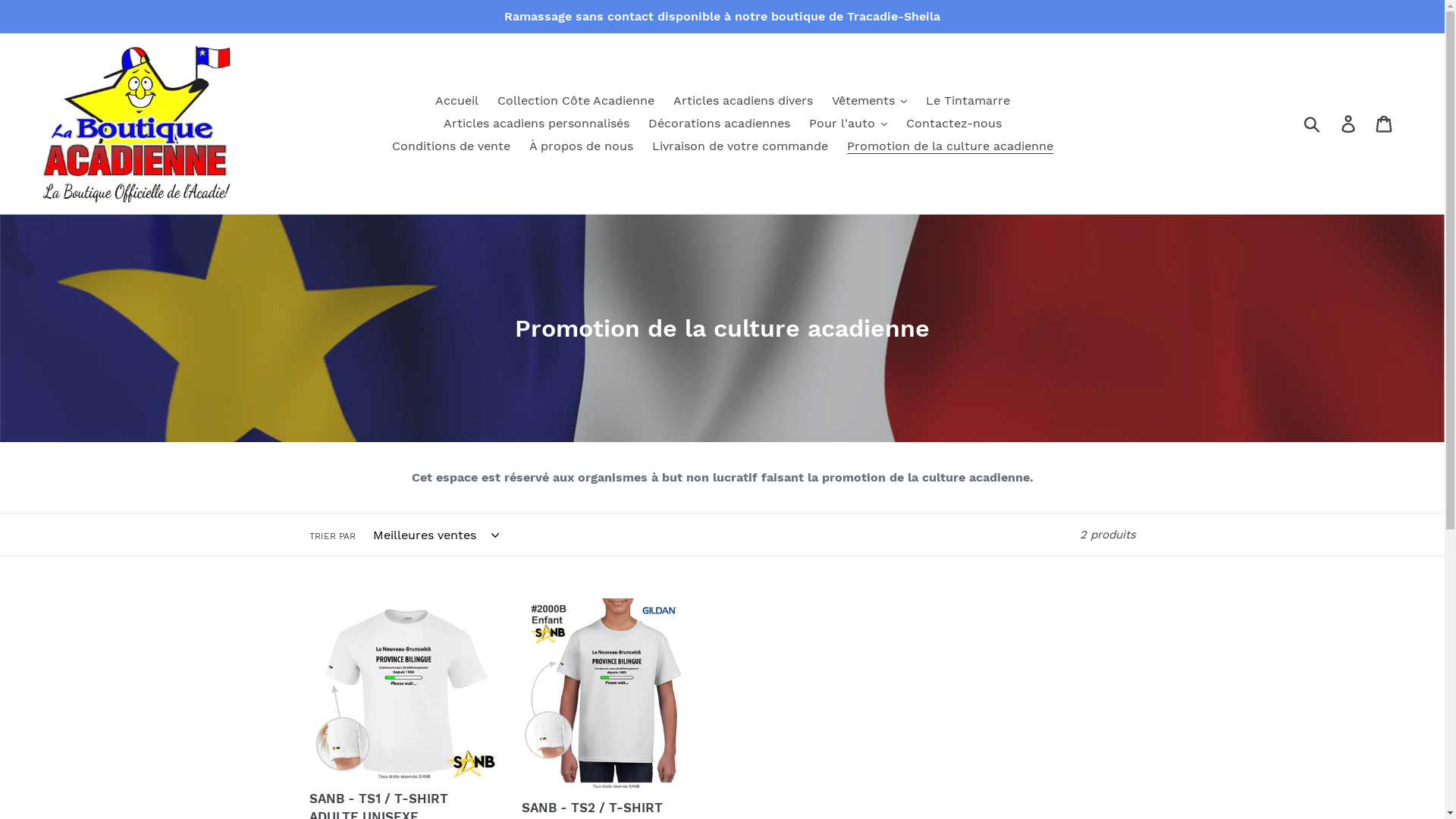  Describe the element at coordinates (739, 146) in the screenshot. I see `'Livraison de votre commande'` at that location.